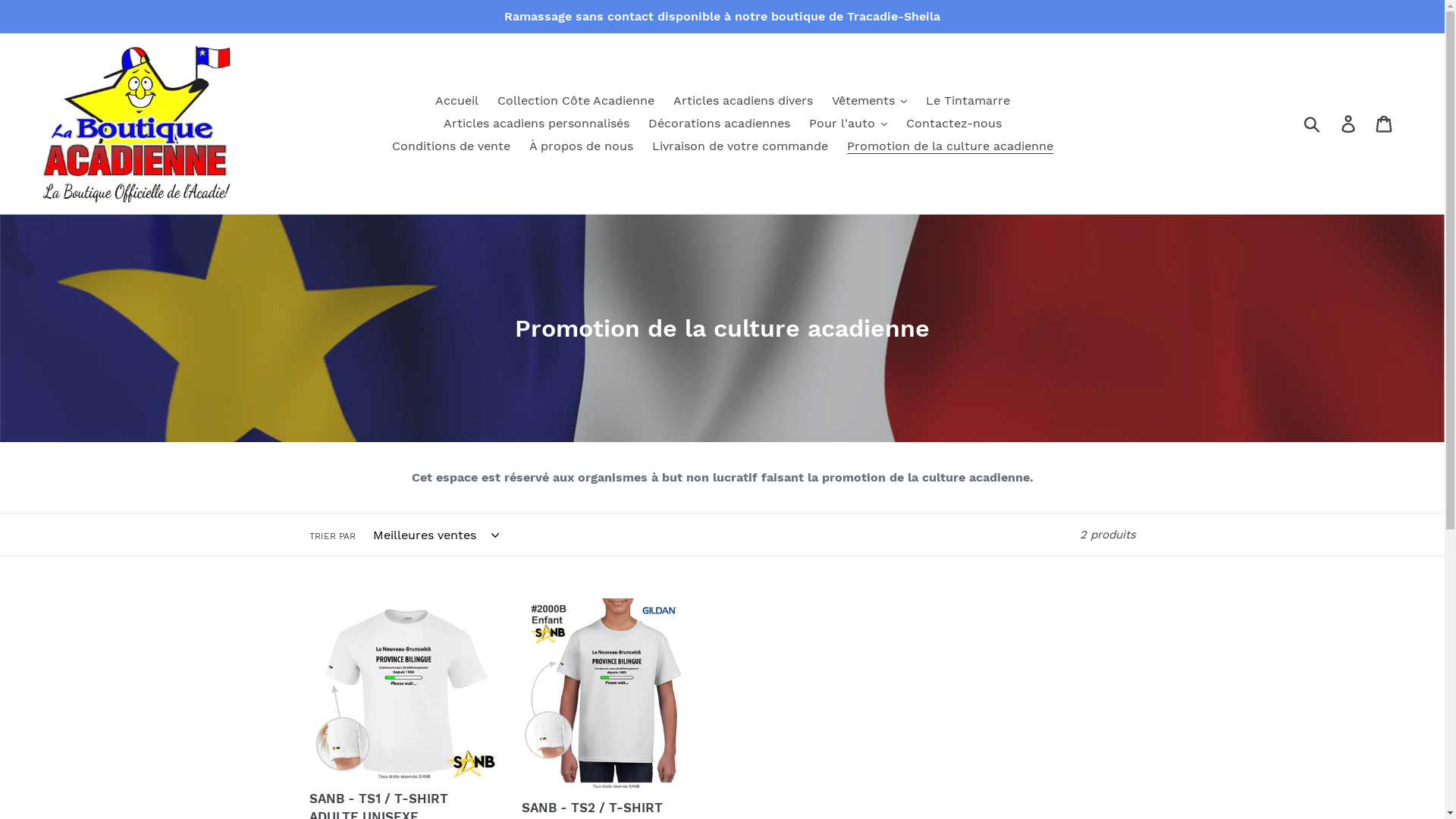  Describe the element at coordinates (739, 146) in the screenshot. I see `'Livraison de votre commande'` at that location.